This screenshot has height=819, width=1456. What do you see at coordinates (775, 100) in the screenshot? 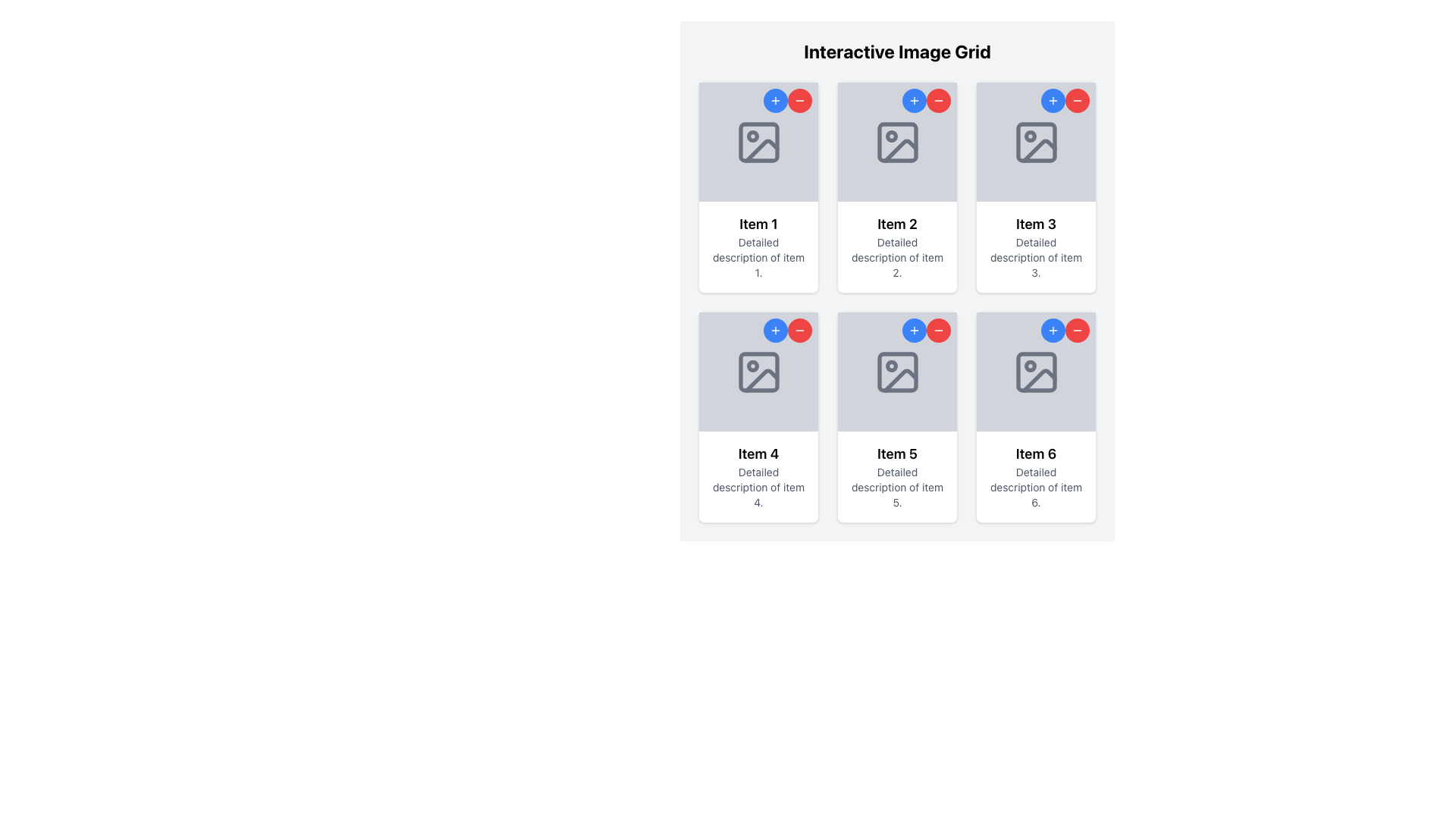
I see `the interactive button located in the top right corner of the first item's card` at bounding box center [775, 100].